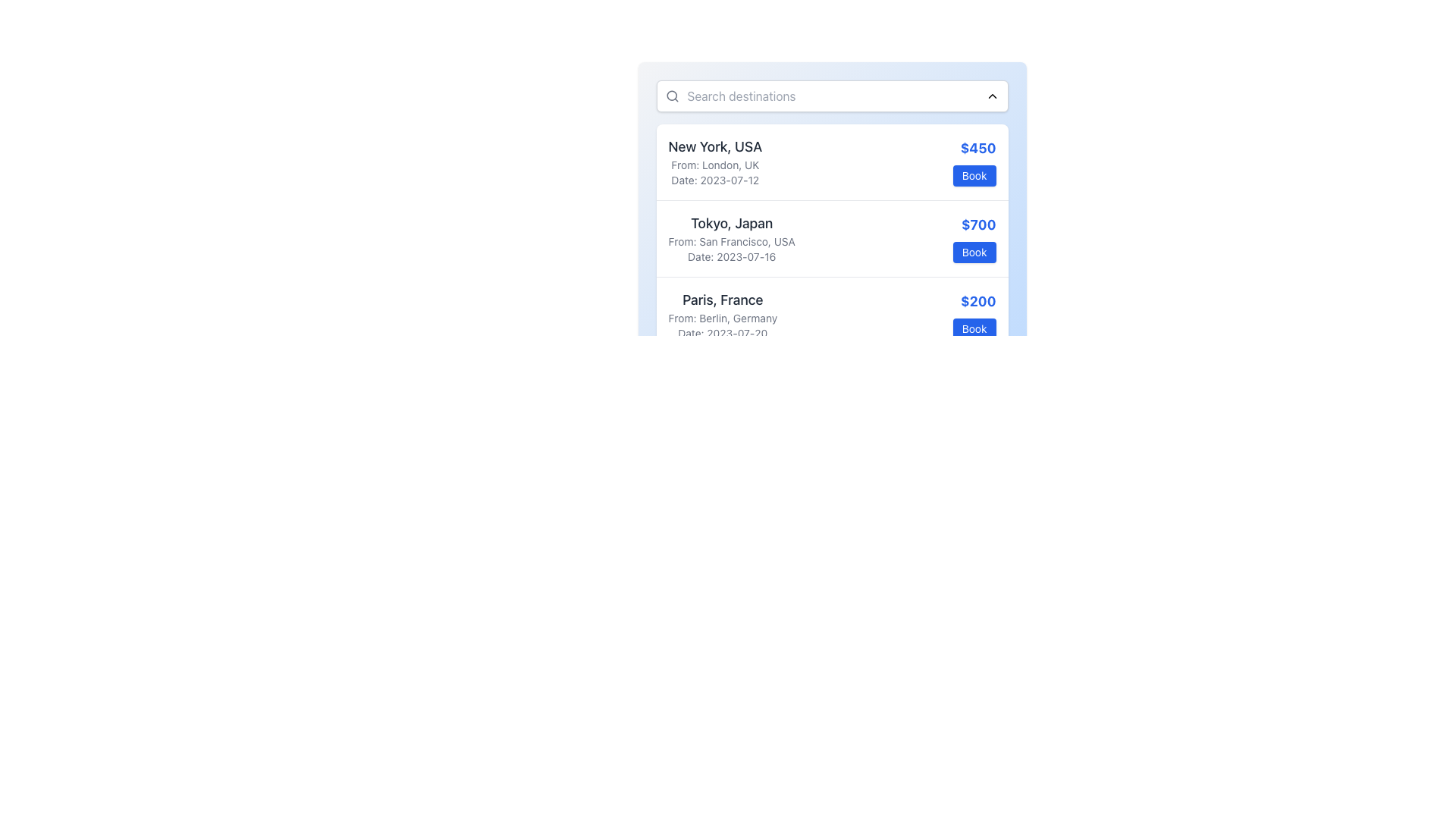  Describe the element at coordinates (714, 165) in the screenshot. I see `information displayed in the text label that shows 'From: London, UK', positioned below 'New York, USA' and above 'Date: 2023-07-12'` at that location.